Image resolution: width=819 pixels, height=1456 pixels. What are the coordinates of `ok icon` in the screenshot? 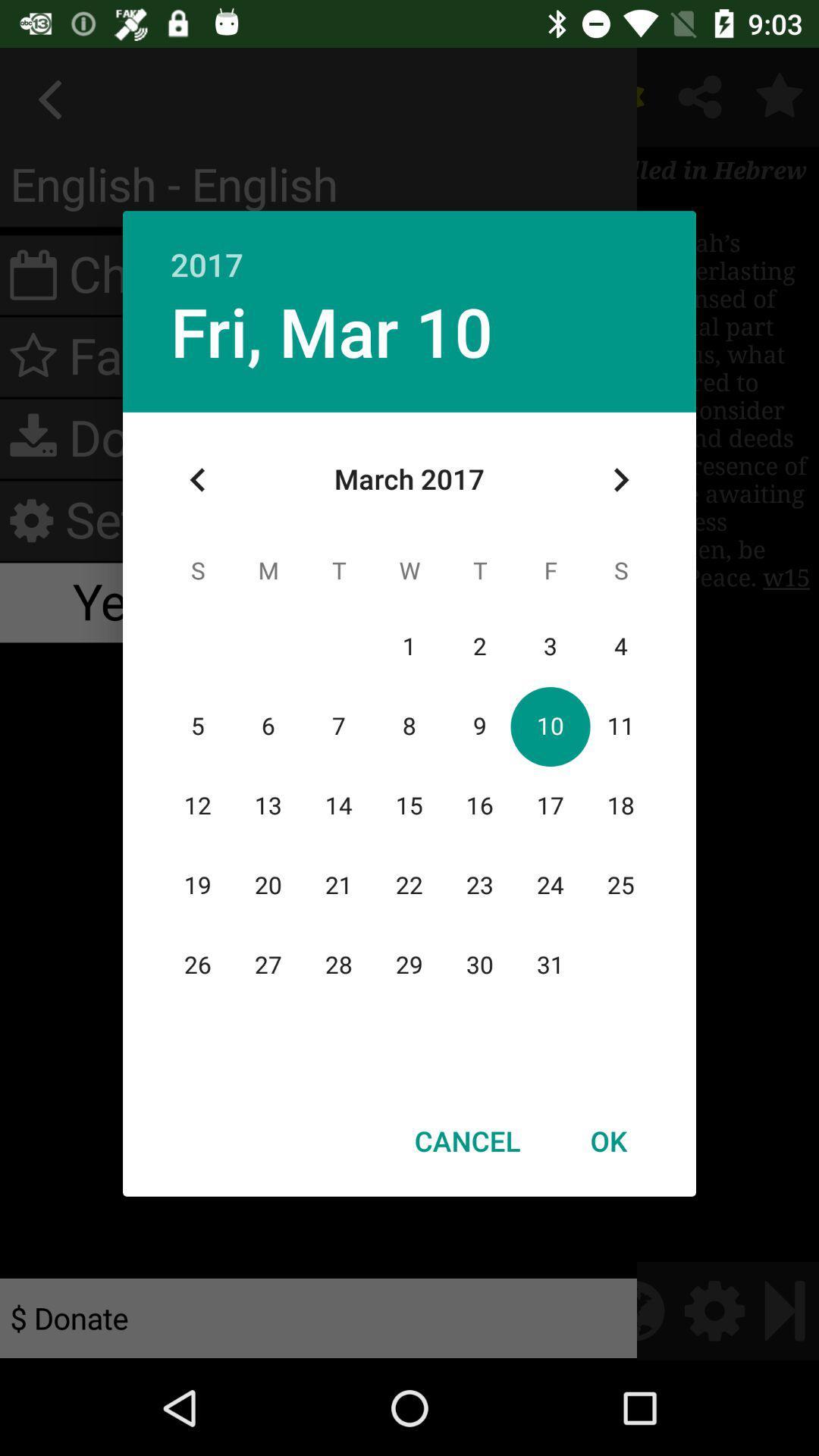 It's located at (607, 1141).